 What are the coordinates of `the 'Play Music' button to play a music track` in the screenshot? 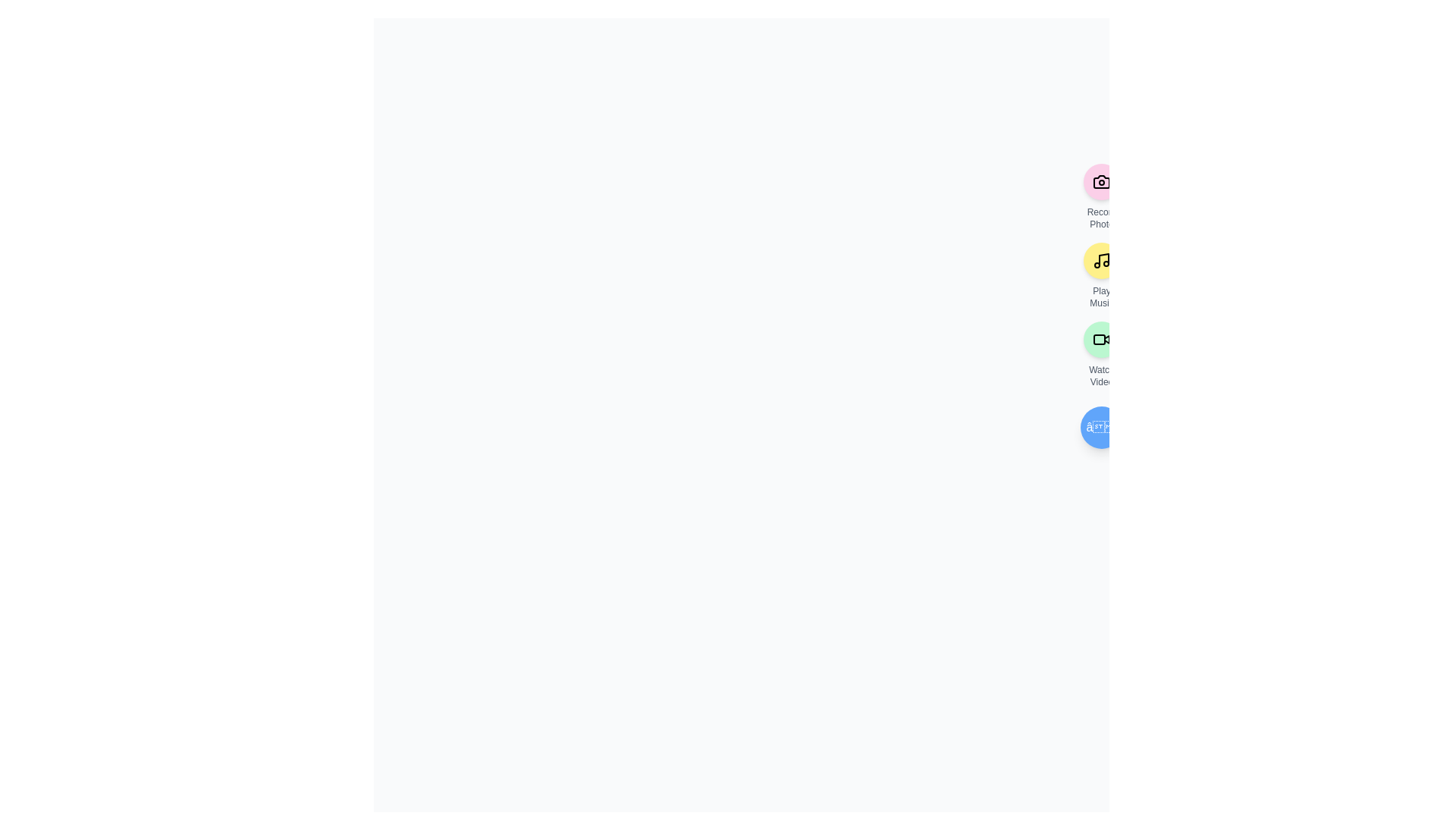 It's located at (1102, 259).